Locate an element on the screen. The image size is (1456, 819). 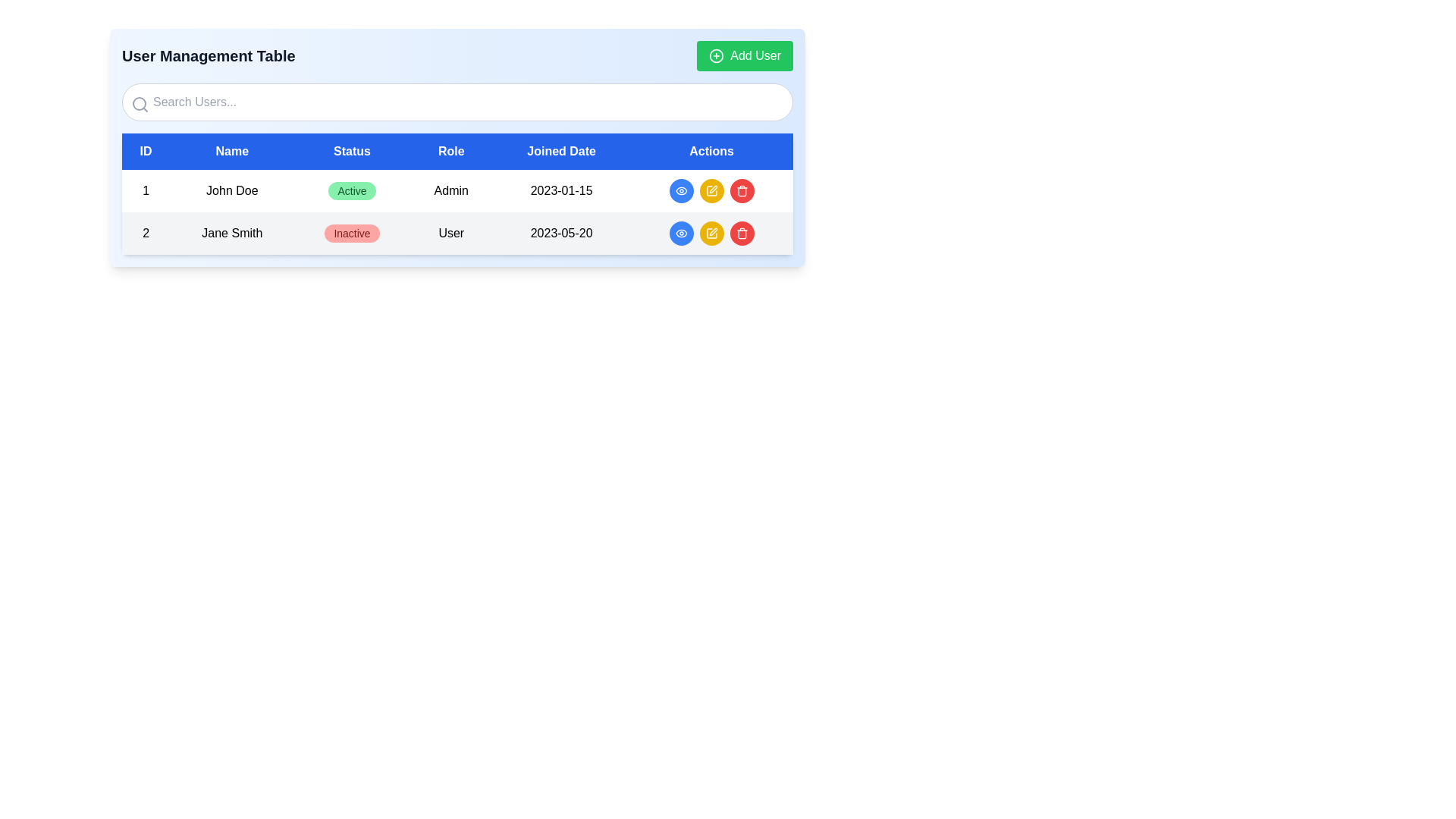
the text label indicating the role assigned is located at coordinates (450, 234).